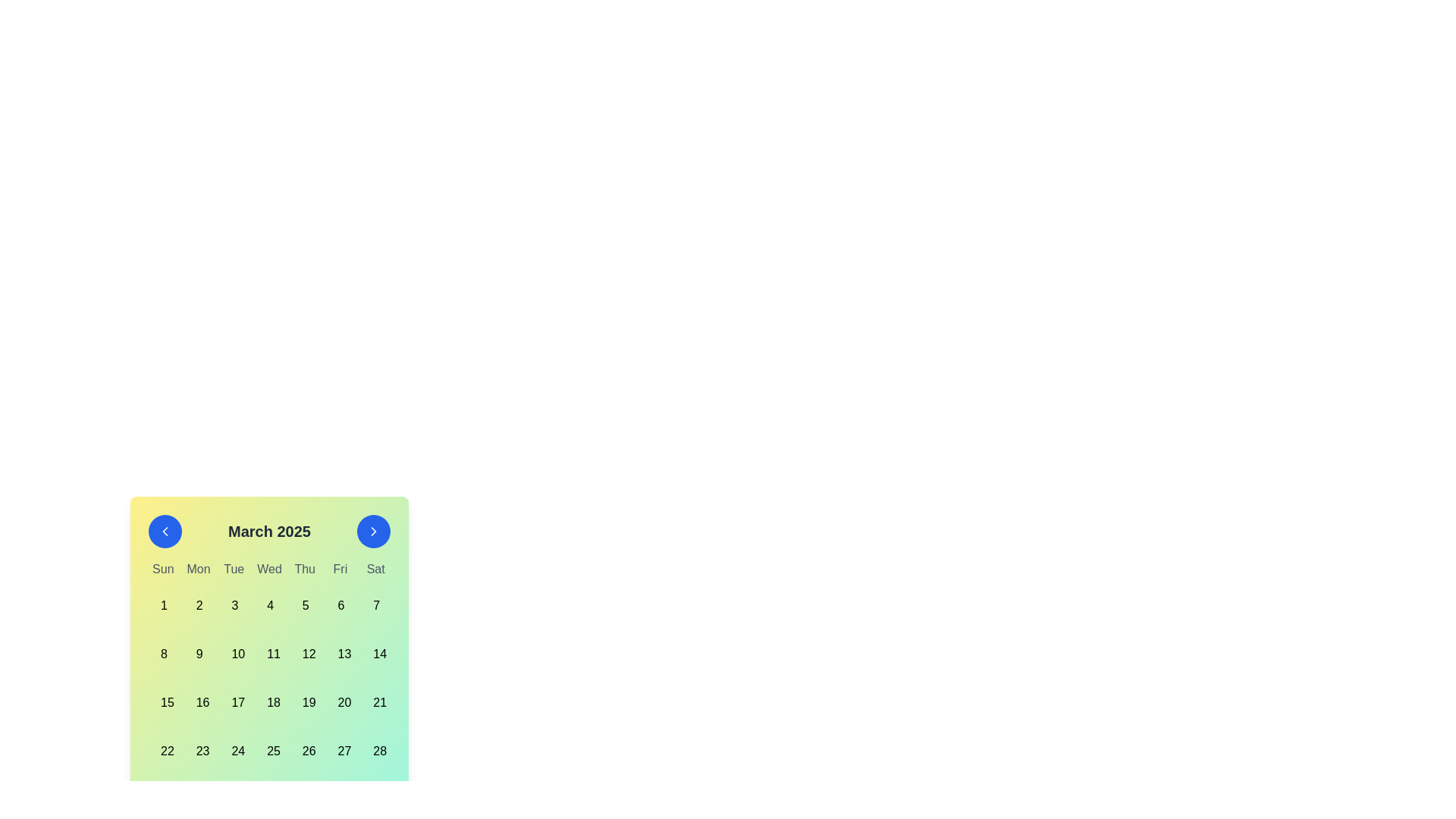 This screenshot has width=1456, height=819. I want to click on the calendar day cell displaying the text '9', so click(198, 654).